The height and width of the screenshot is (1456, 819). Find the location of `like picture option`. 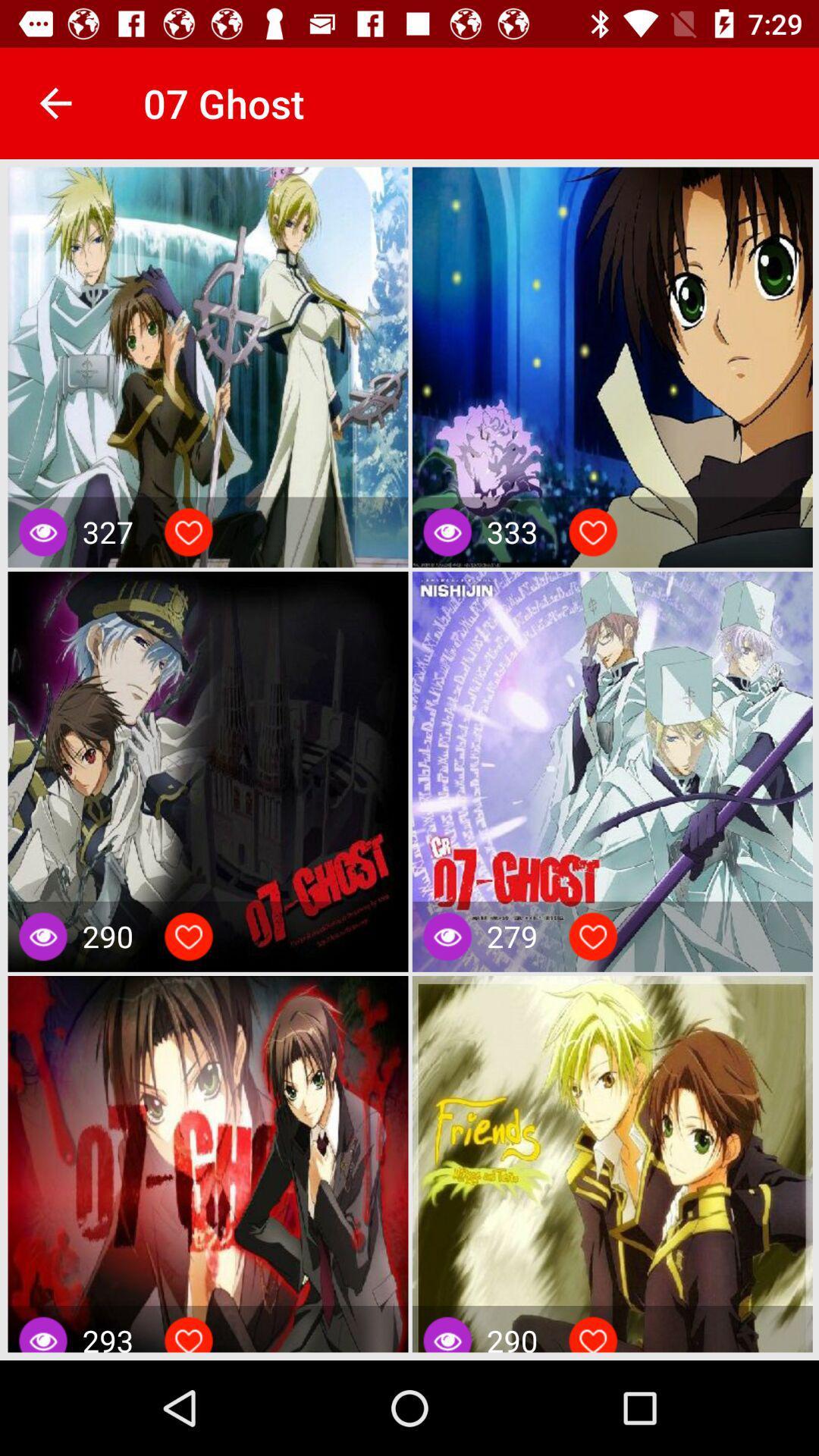

like picture option is located at coordinates (592, 532).